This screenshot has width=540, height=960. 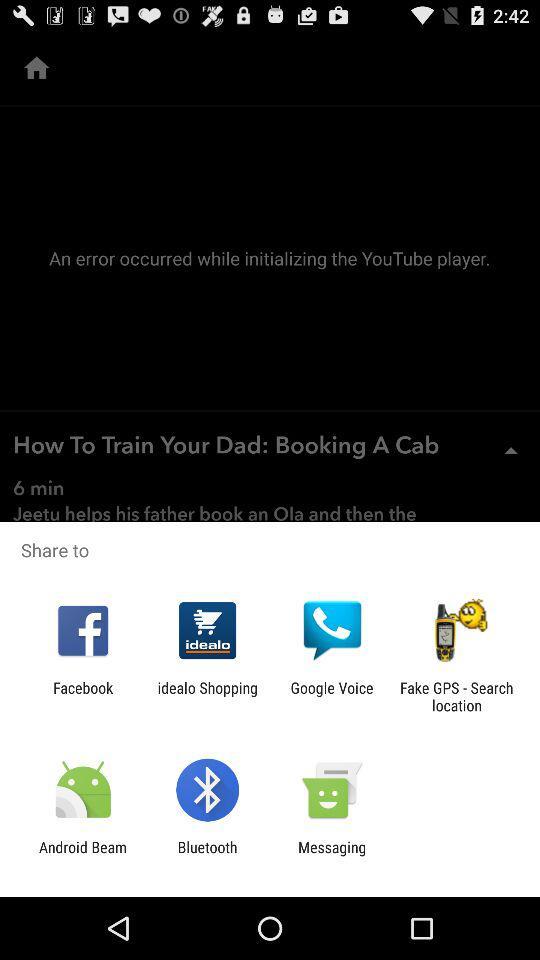 I want to click on app to the left of the messaging item, so click(x=206, y=855).